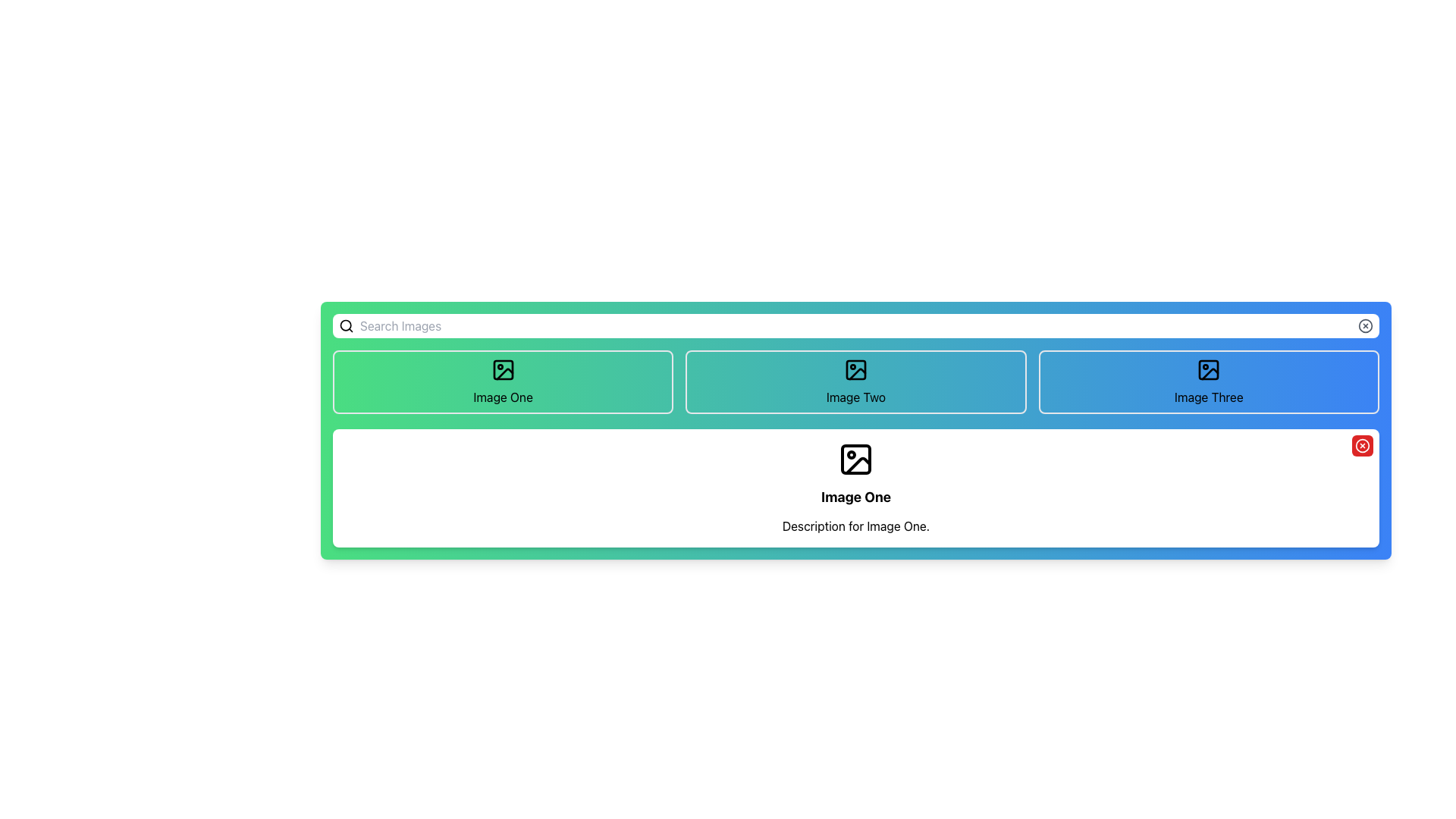 This screenshot has width=1456, height=819. What do you see at coordinates (1362, 444) in the screenshot?
I see `the close button located at the top-right corner of the card labeled 'Image One'` at bounding box center [1362, 444].